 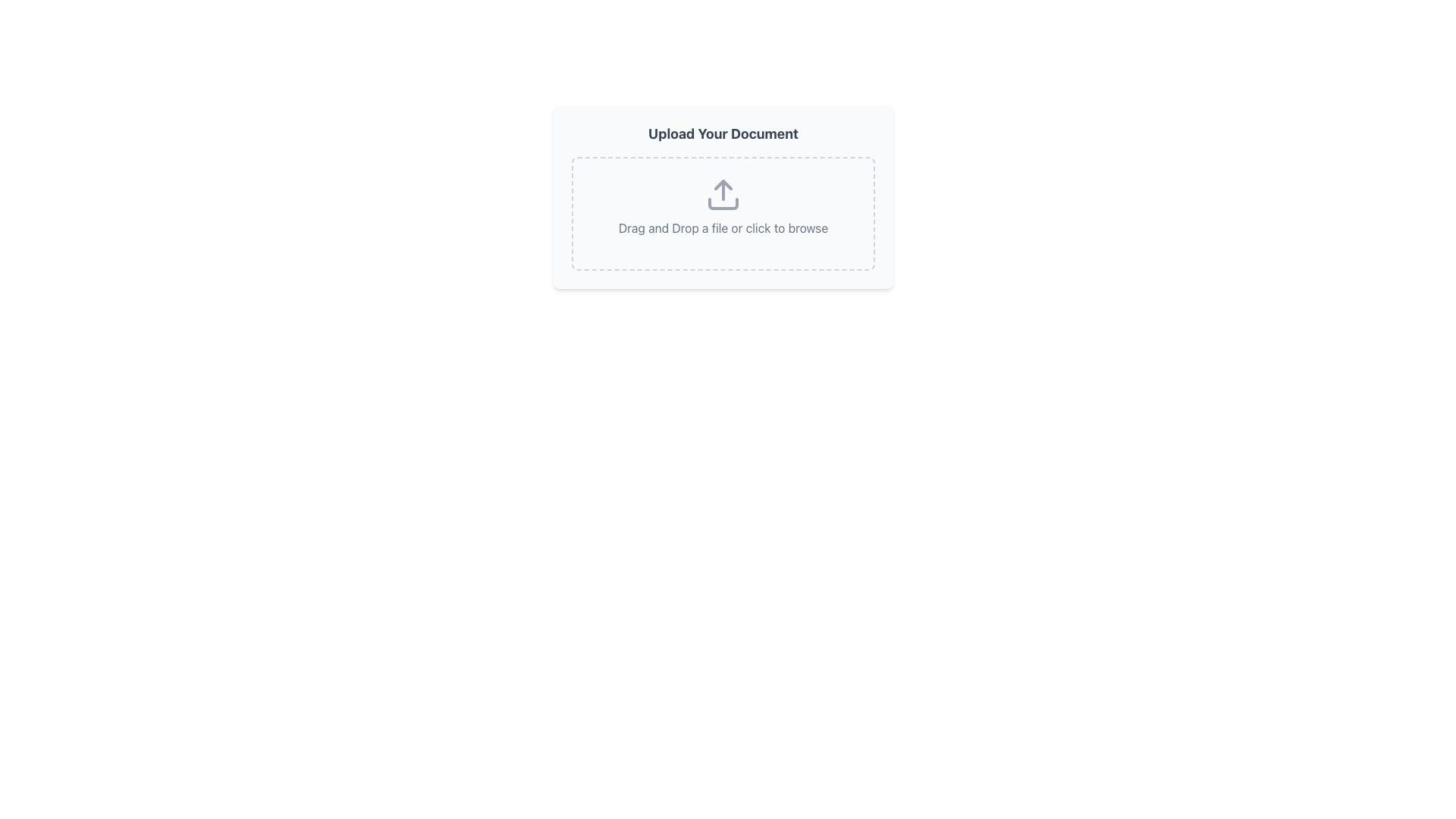 I want to click on and drop a file onto the clickable transparent layer that prompts 'Drag and Drop a file or click, so click(x=723, y=213).